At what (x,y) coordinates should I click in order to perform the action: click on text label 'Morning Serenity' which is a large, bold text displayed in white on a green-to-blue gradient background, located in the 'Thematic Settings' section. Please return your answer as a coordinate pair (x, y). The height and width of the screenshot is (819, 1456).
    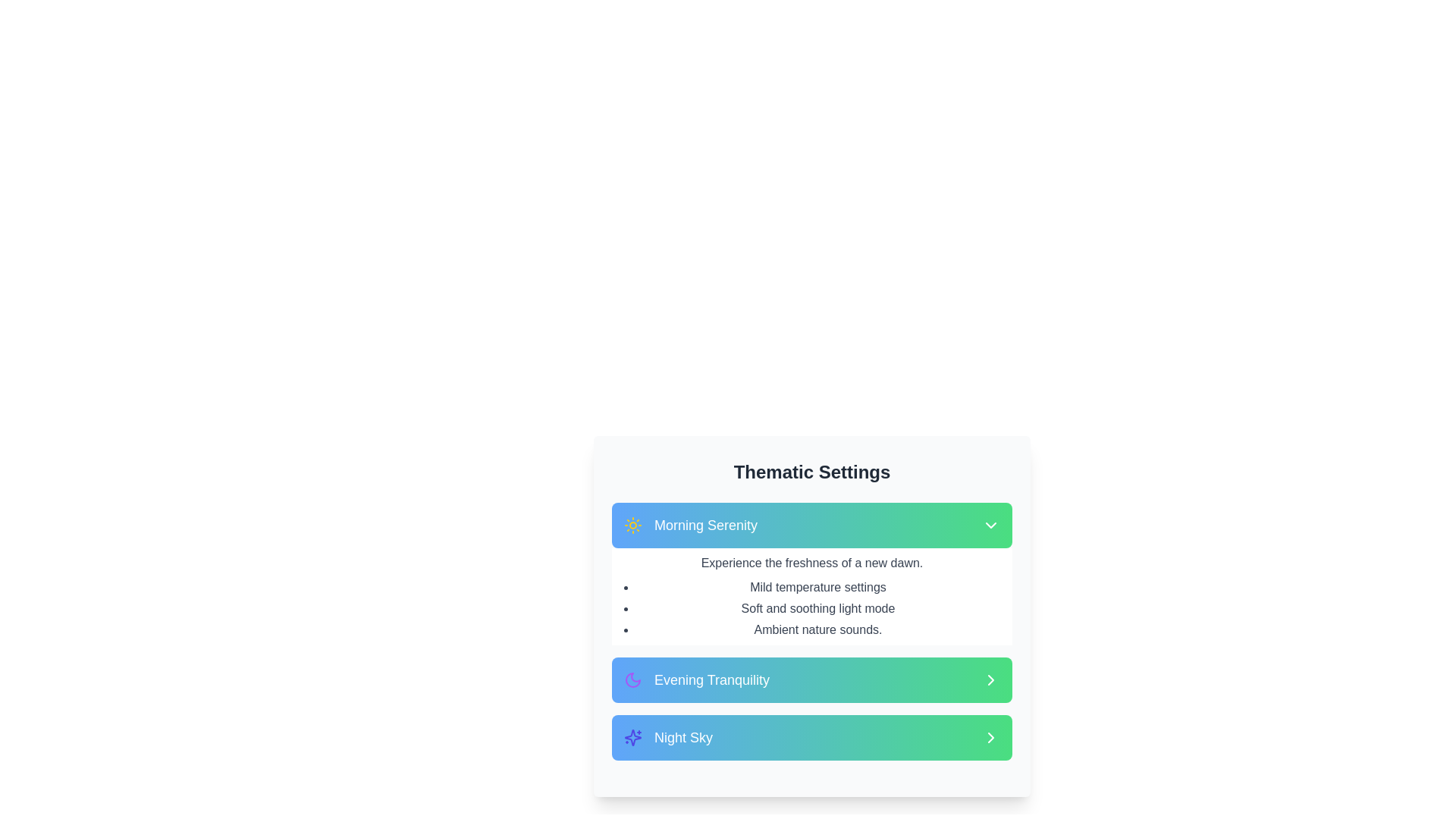
    Looking at the image, I should click on (705, 525).